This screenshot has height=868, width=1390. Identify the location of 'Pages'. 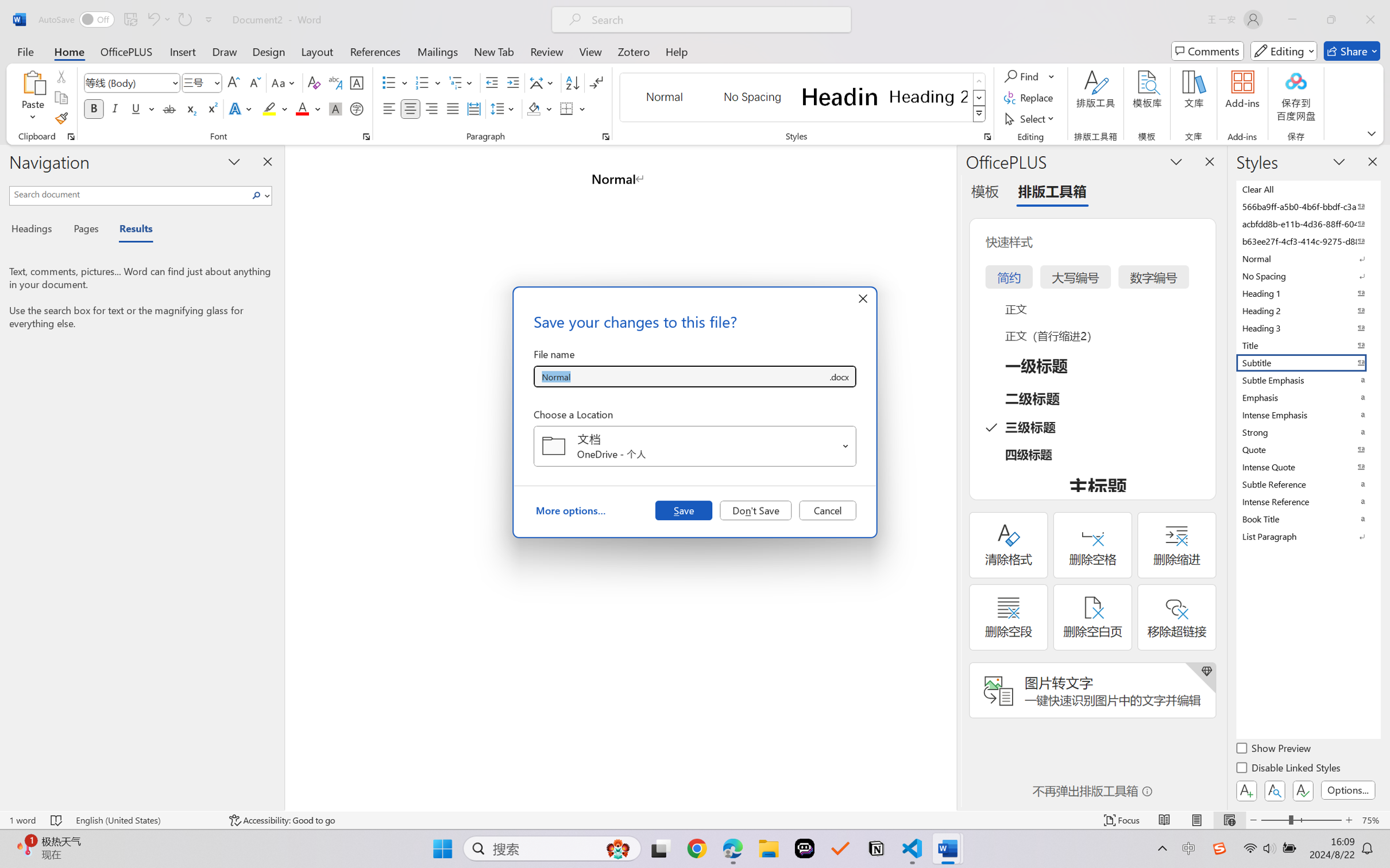
(84, 230).